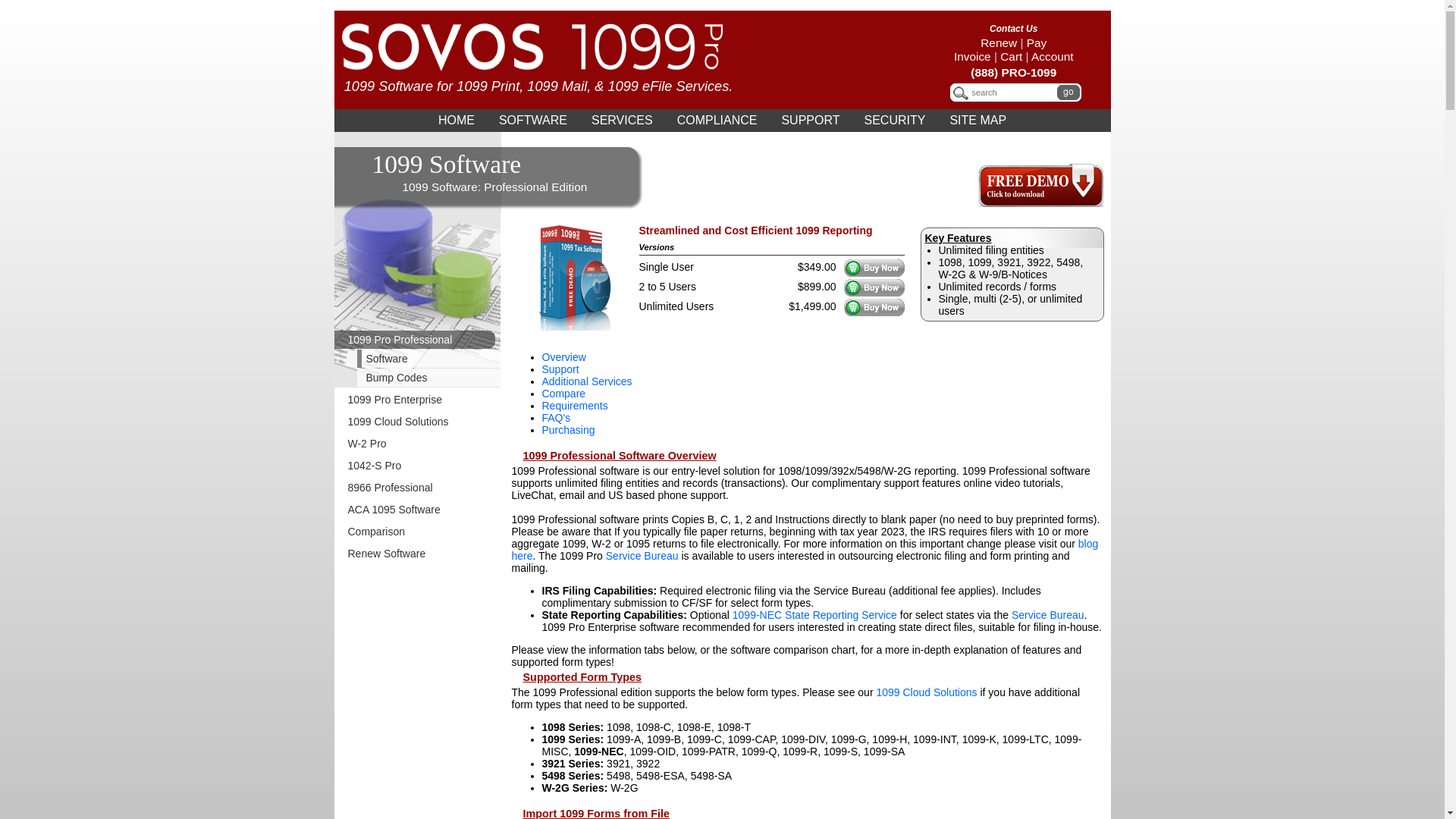 The height and width of the screenshot is (819, 1456). Describe the element at coordinates (417, 464) in the screenshot. I see `'1042-S Pro'` at that location.